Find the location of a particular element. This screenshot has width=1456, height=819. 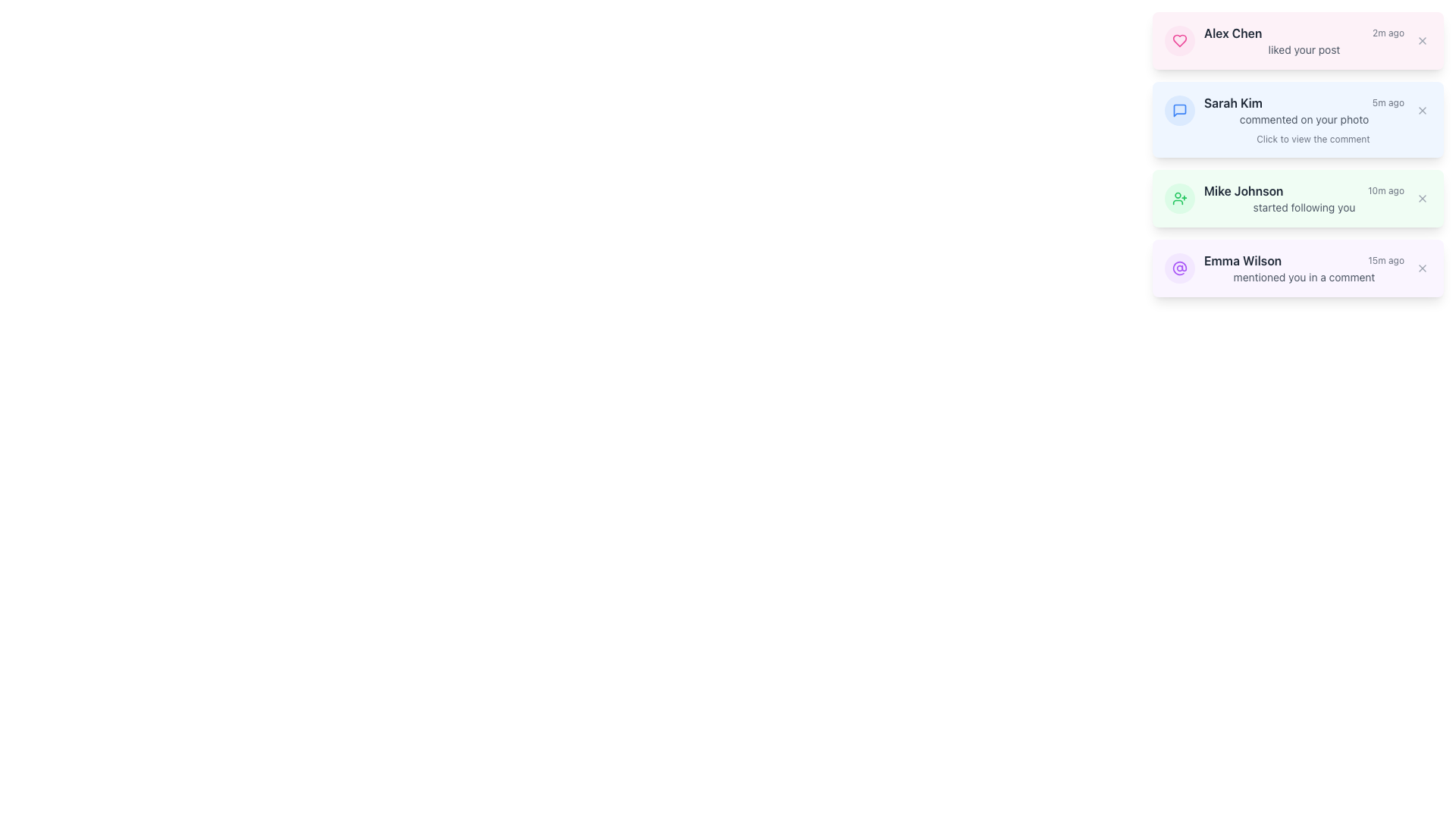

the bottom-most notification card in the right-hand list that contains the icon representing mentions or comments, located next to the text 'Emma Wilson mentioned you in a comment.' is located at coordinates (1178, 268).